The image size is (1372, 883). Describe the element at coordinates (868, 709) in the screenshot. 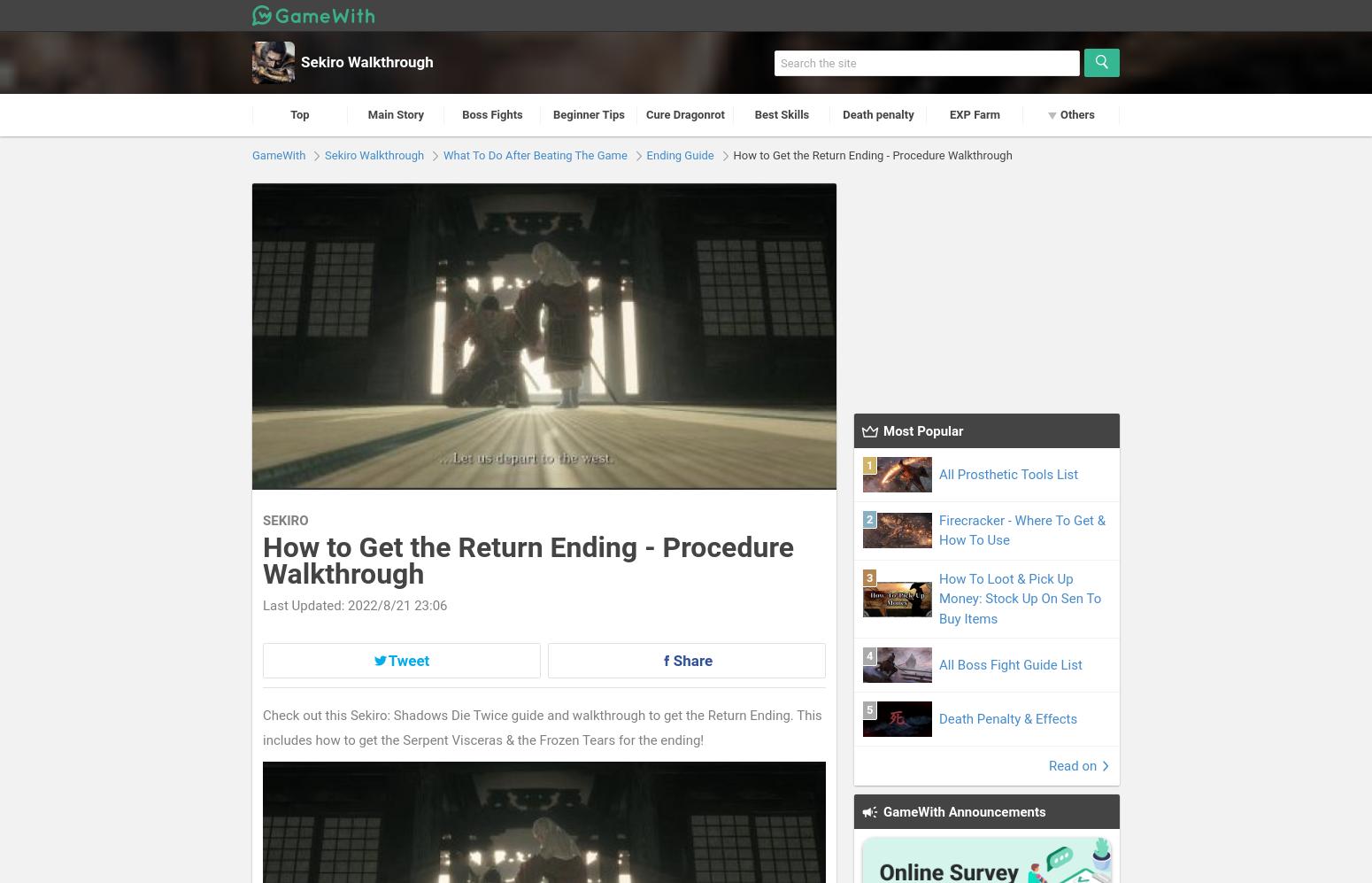

I see `'5'` at that location.